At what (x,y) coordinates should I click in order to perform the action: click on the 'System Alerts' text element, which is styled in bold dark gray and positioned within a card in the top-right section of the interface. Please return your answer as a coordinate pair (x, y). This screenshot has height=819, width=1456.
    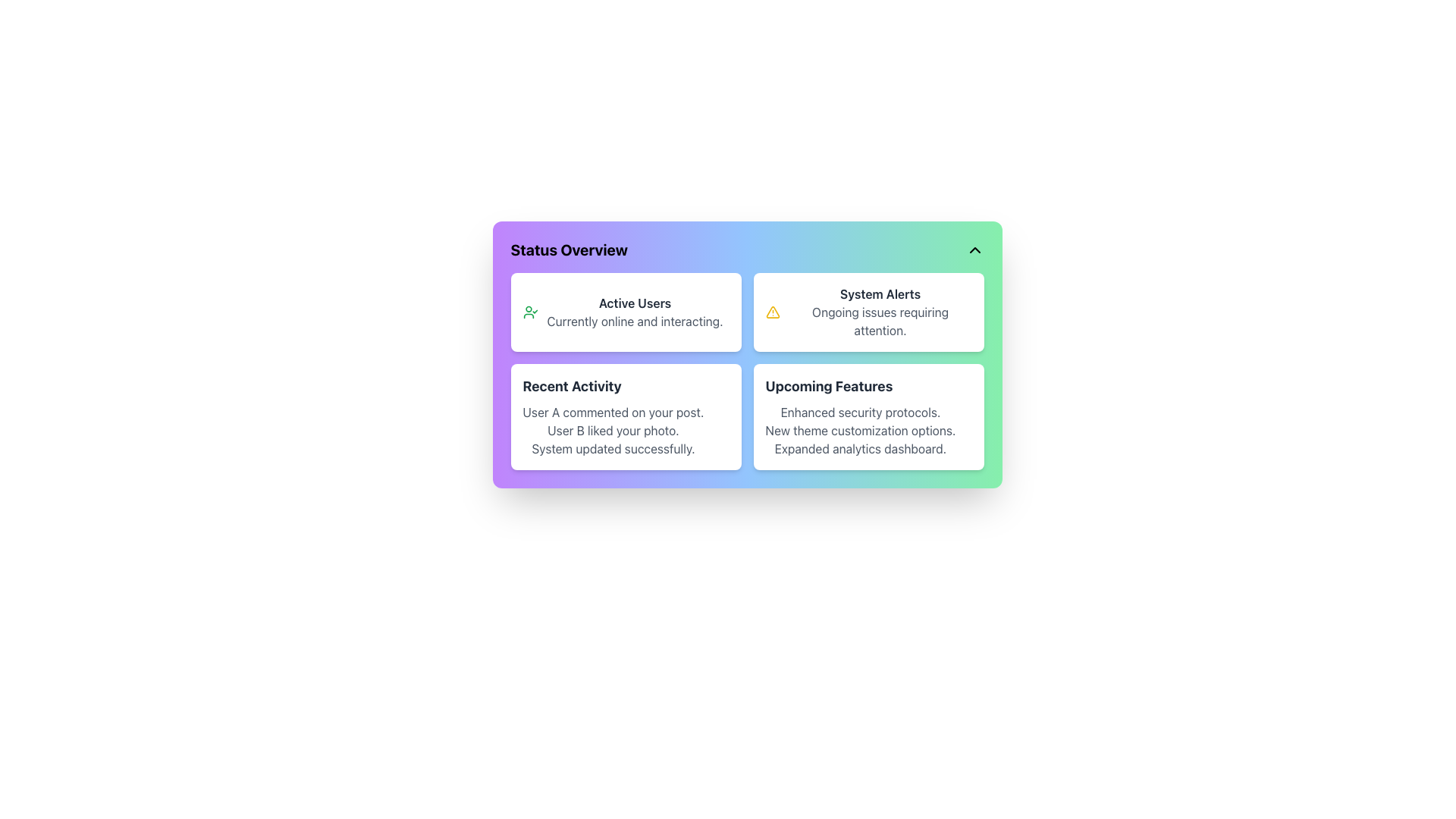
    Looking at the image, I should click on (880, 294).